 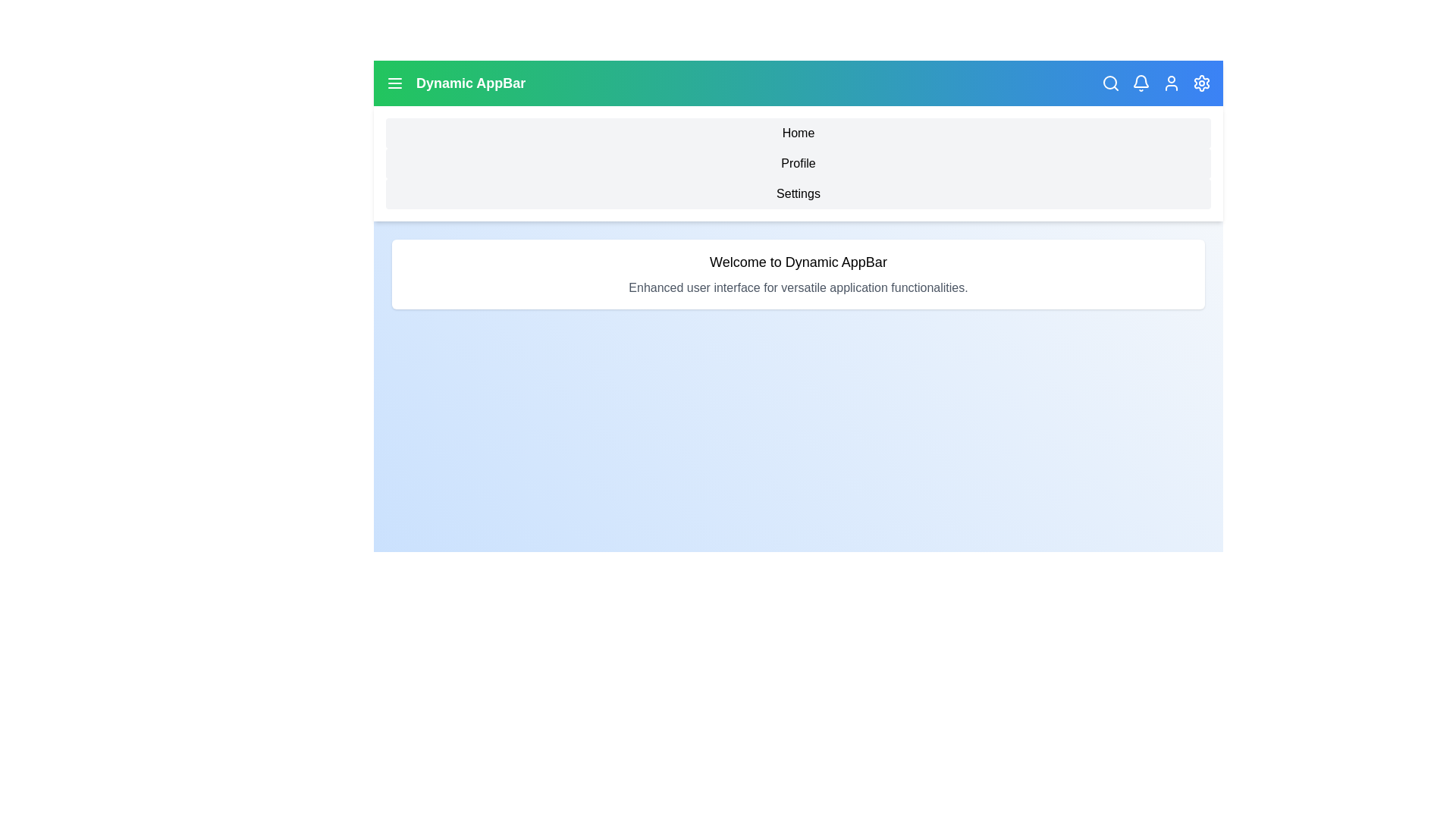 I want to click on the user icon in the app bar, so click(x=1171, y=83).